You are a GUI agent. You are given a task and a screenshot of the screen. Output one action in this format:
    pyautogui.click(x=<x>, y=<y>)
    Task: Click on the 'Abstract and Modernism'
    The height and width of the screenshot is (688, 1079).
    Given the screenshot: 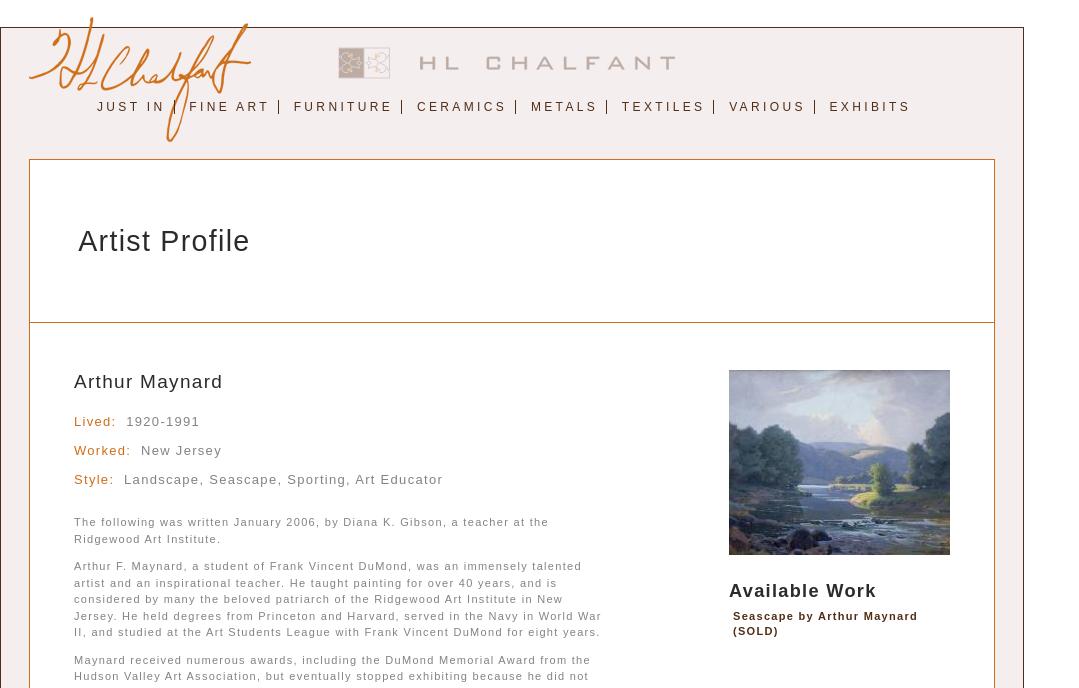 What is the action you would take?
    pyautogui.click(x=292, y=134)
    